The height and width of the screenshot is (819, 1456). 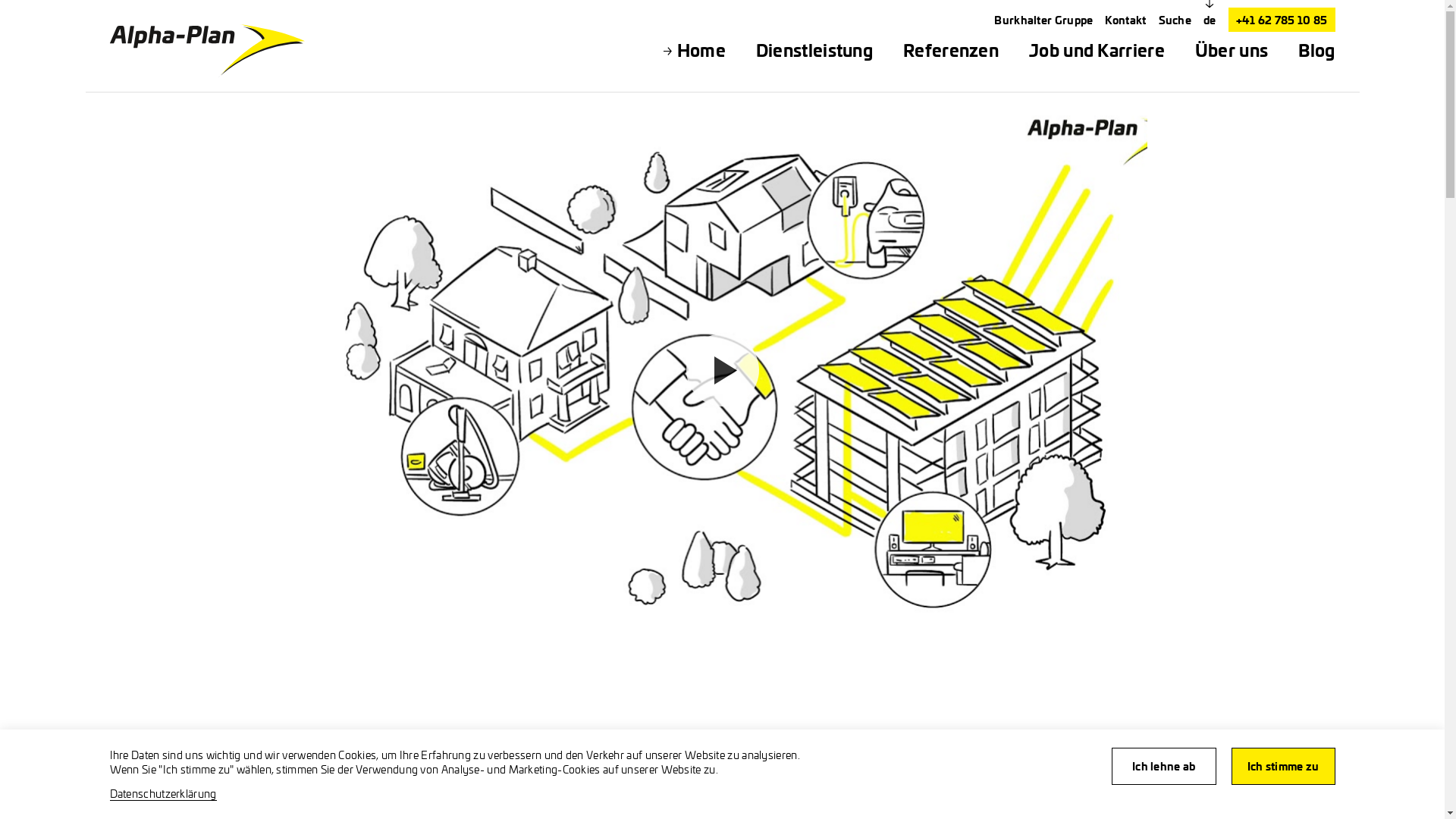 What do you see at coordinates (949, 49) in the screenshot?
I see `'Referenzen'` at bounding box center [949, 49].